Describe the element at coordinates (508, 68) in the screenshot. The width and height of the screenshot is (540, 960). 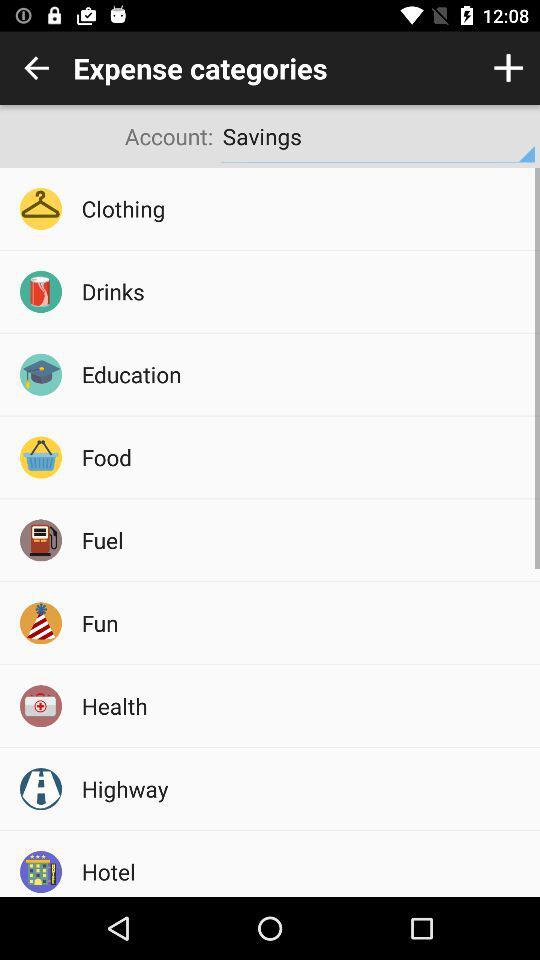
I see `category` at that location.